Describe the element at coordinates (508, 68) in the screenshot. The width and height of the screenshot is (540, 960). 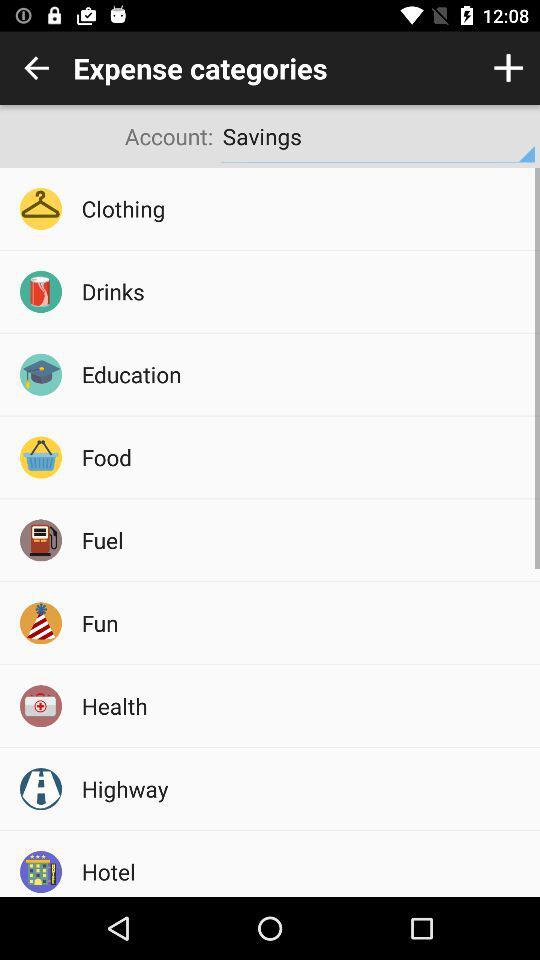
I see `category` at that location.